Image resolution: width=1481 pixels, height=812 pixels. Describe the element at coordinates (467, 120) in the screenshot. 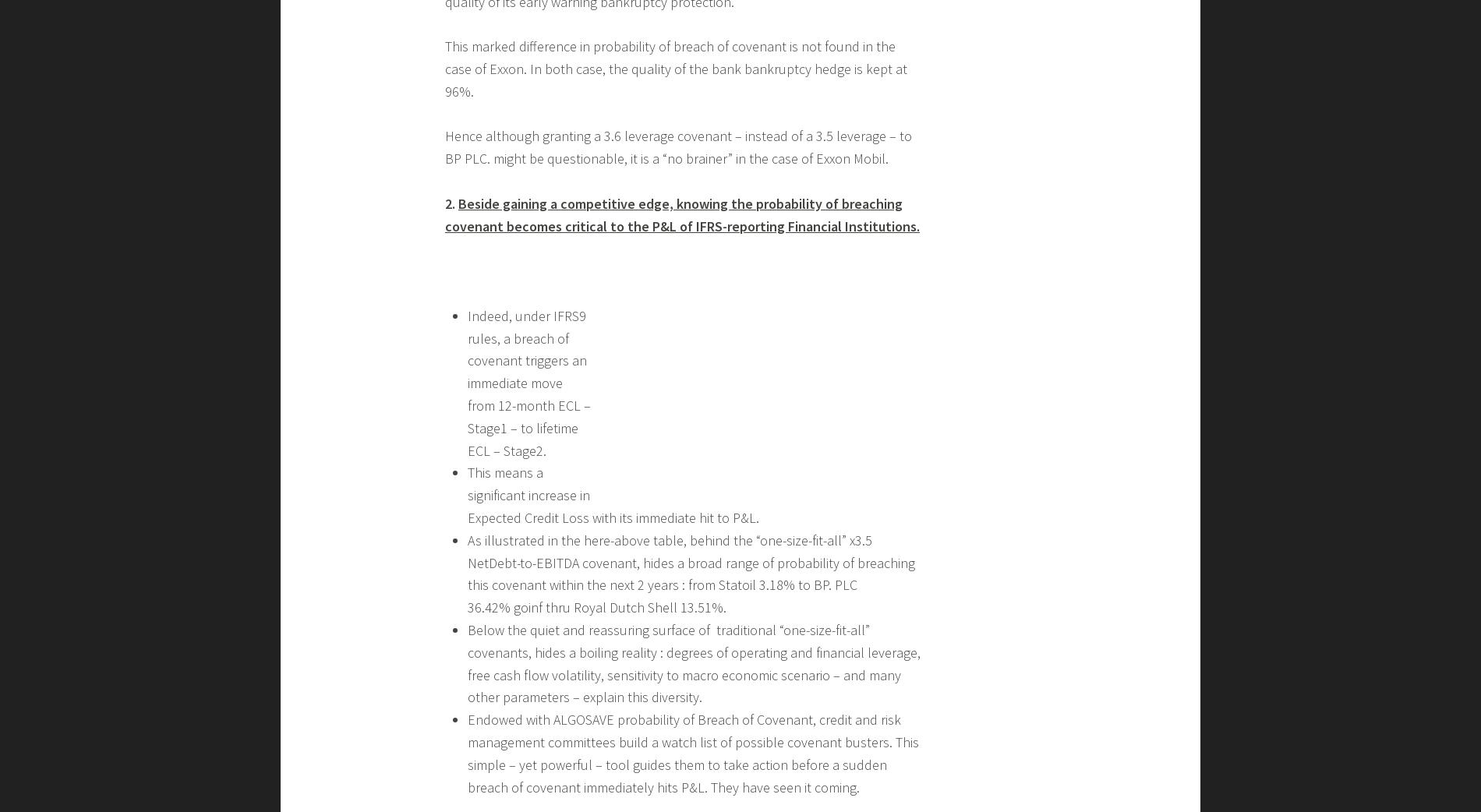

I see `'you can also announce your VIP client that this means an $ XYZ additional  Return On Invested Capital – ROIC.'` at that location.